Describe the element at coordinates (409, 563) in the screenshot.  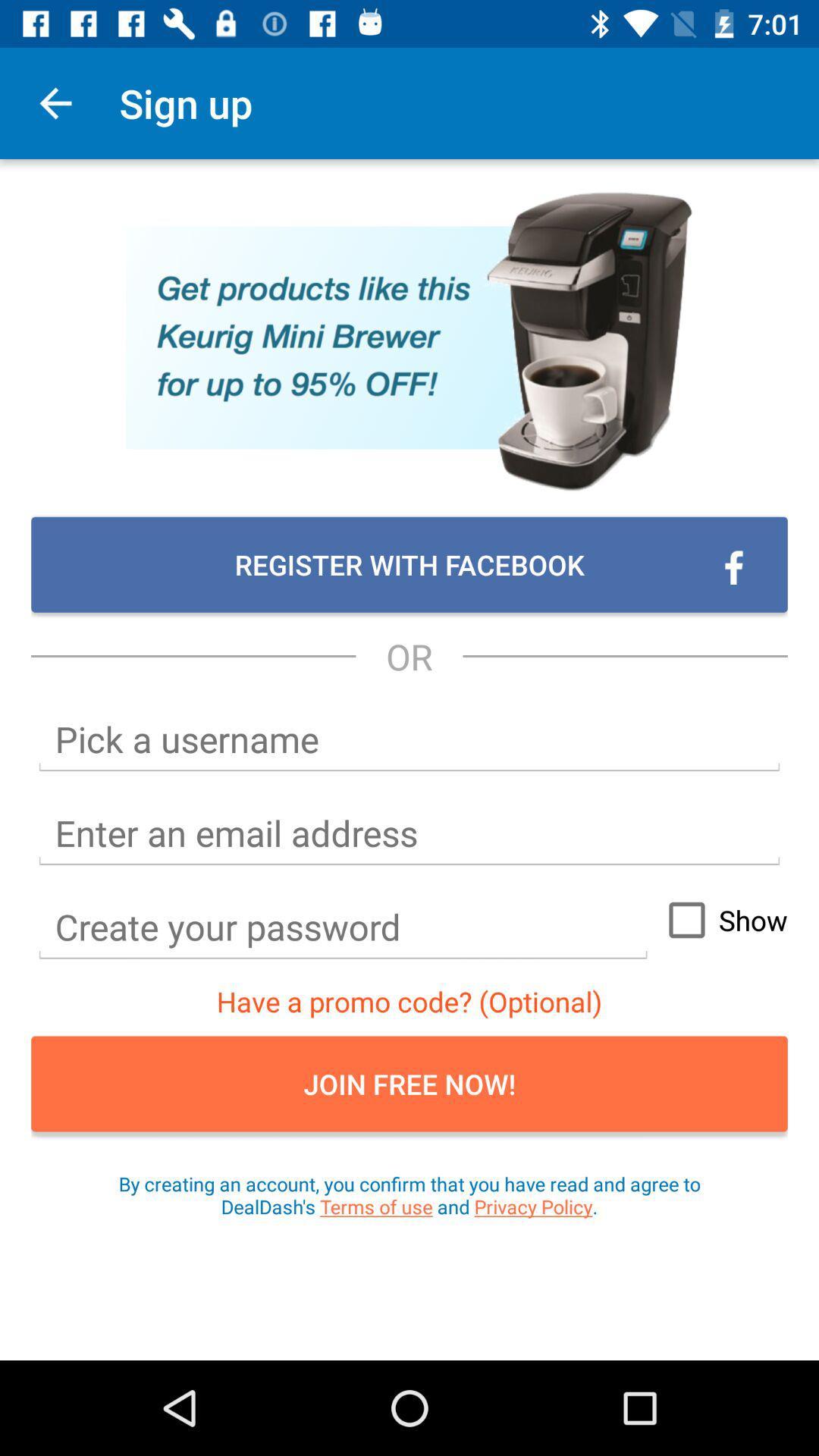
I see `the register with facebook icon` at that location.